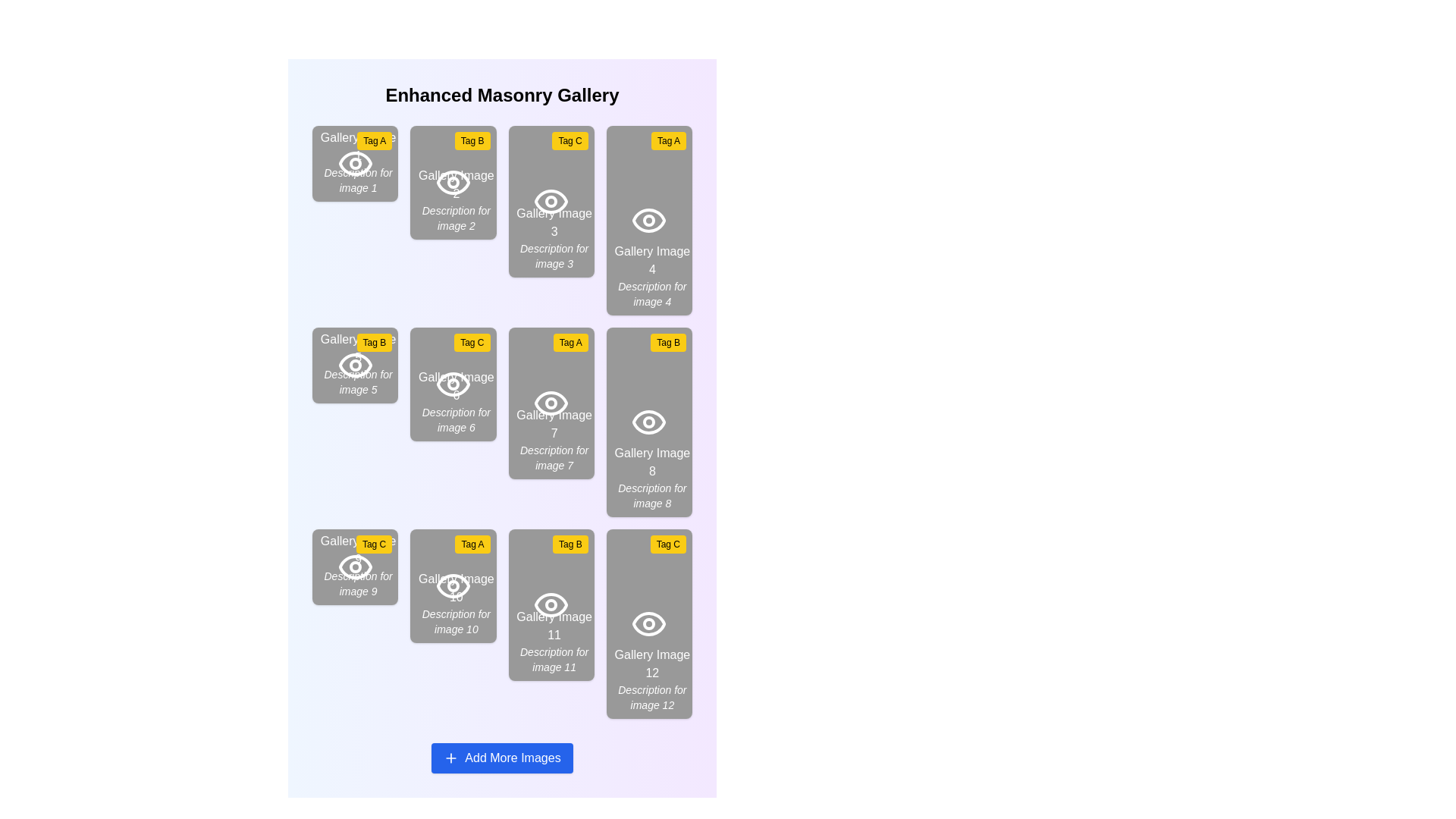 Image resolution: width=1456 pixels, height=819 pixels. What do you see at coordinates (570, 543) in the screenshot?
I see `the rectangular badge labeled 'Tag B' with a yellow background and black text, located in the top-right corner of the card titled 'Gallery Image 11'` at bounding box center [570, 543].